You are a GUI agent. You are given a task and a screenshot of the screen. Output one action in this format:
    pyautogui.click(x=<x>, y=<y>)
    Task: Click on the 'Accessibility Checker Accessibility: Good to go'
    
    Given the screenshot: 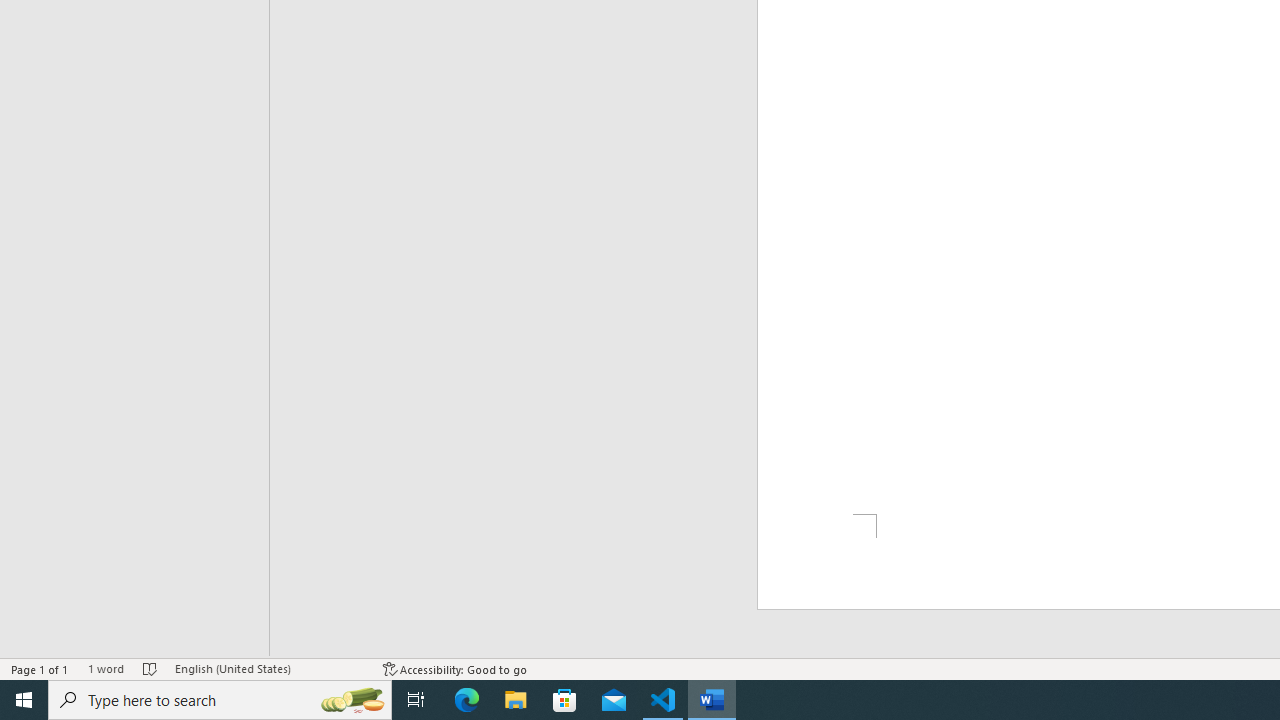 What is the action you would take?
    pyautogui.click(x=454, y=669)
    